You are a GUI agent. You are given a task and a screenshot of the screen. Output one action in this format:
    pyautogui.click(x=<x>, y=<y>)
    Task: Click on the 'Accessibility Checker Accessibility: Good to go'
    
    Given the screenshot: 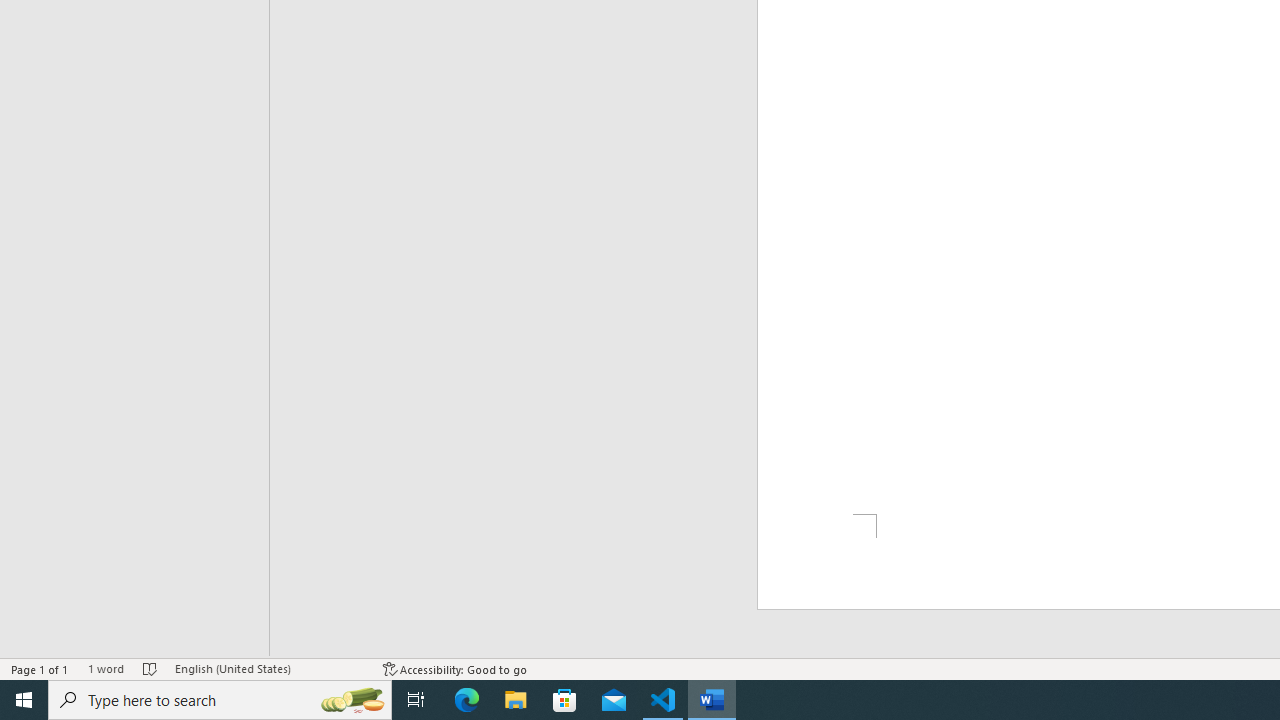 What is the action you would take?
    pyautogui.click(x=454, y=669)
    